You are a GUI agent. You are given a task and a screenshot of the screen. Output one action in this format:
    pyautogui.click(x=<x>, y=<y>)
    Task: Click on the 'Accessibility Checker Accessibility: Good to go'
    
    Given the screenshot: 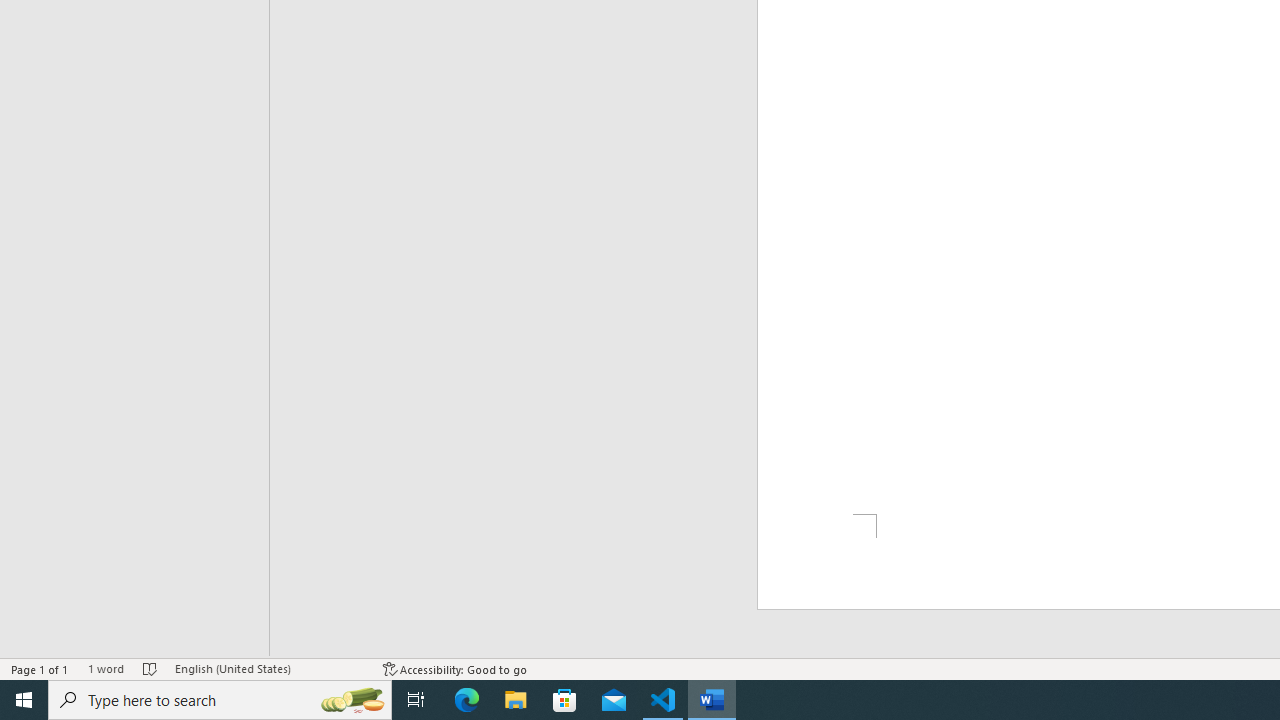 What is the action you would take?
    pyautogui.click(x=454, y=669)
    